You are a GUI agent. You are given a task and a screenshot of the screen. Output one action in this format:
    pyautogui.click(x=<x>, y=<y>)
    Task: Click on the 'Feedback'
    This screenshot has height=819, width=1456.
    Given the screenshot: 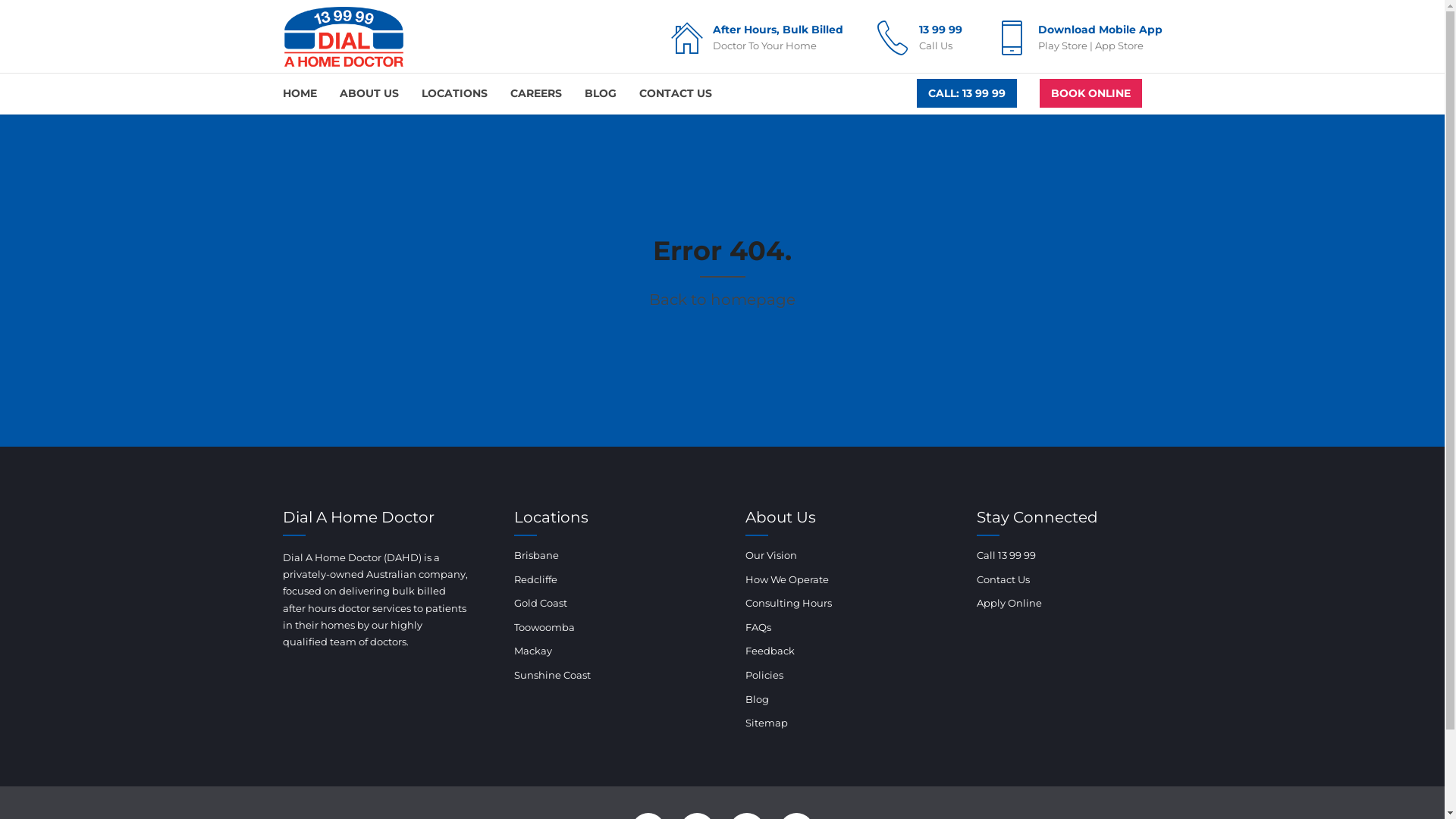 What is the action you would take?
    pyautogui.click(x=769, y=649)
    